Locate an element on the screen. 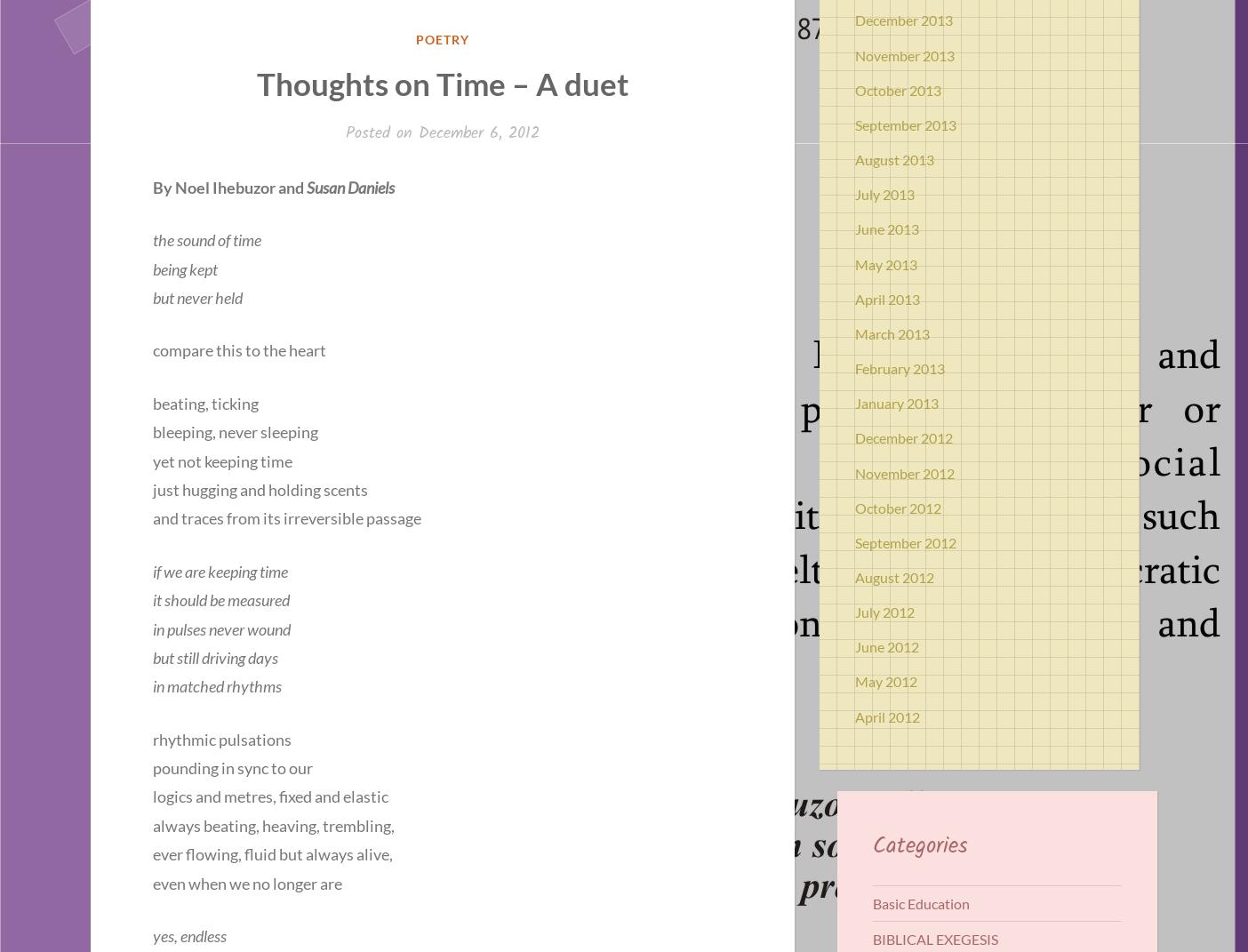 Image resolution: width=1248 pixels, height=952 pixels. 'Thoughts on Time – A duet' is located at coordinates (255, 84).